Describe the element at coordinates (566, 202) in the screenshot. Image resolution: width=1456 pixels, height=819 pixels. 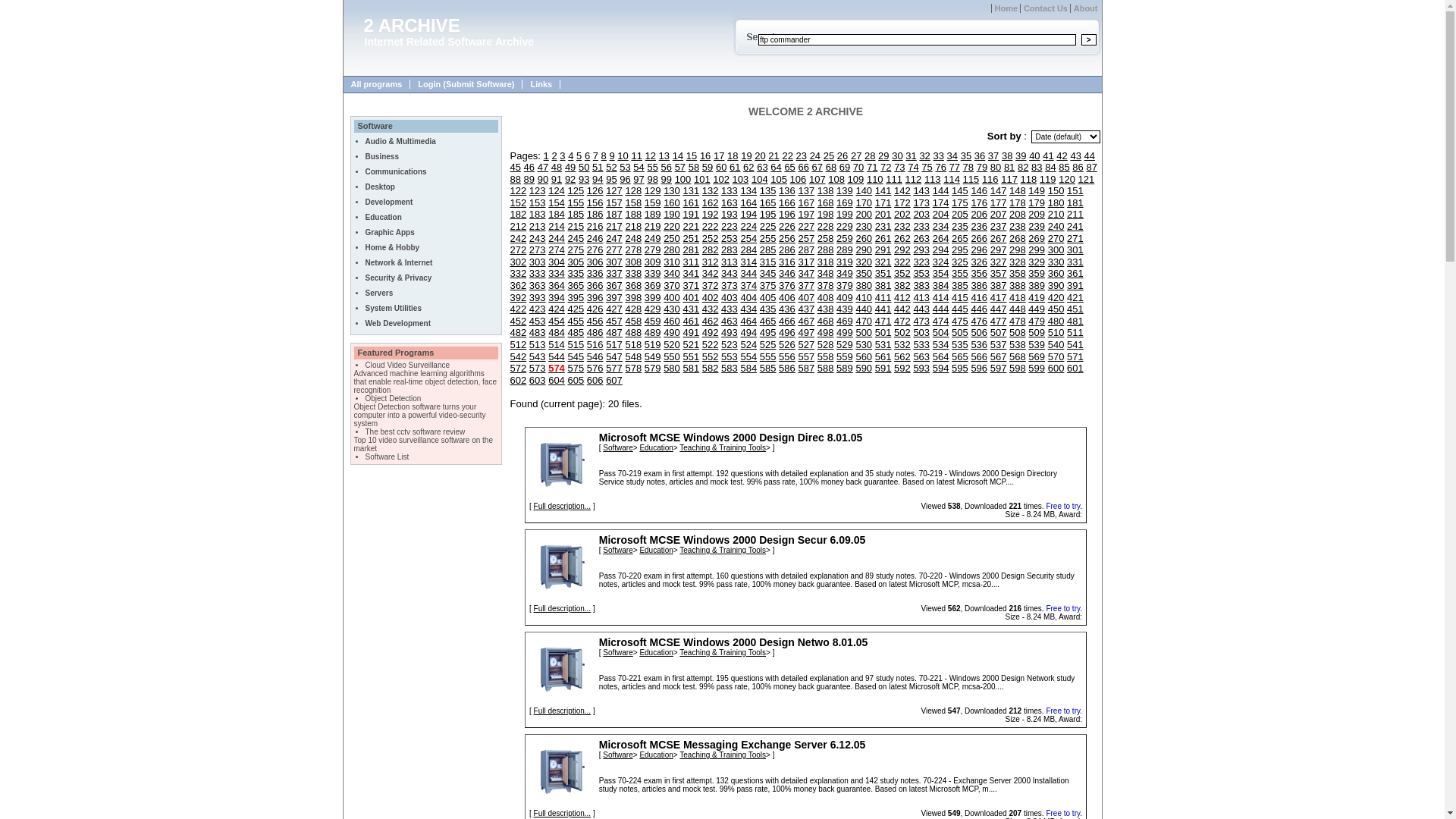
I see `'155'` at that location.